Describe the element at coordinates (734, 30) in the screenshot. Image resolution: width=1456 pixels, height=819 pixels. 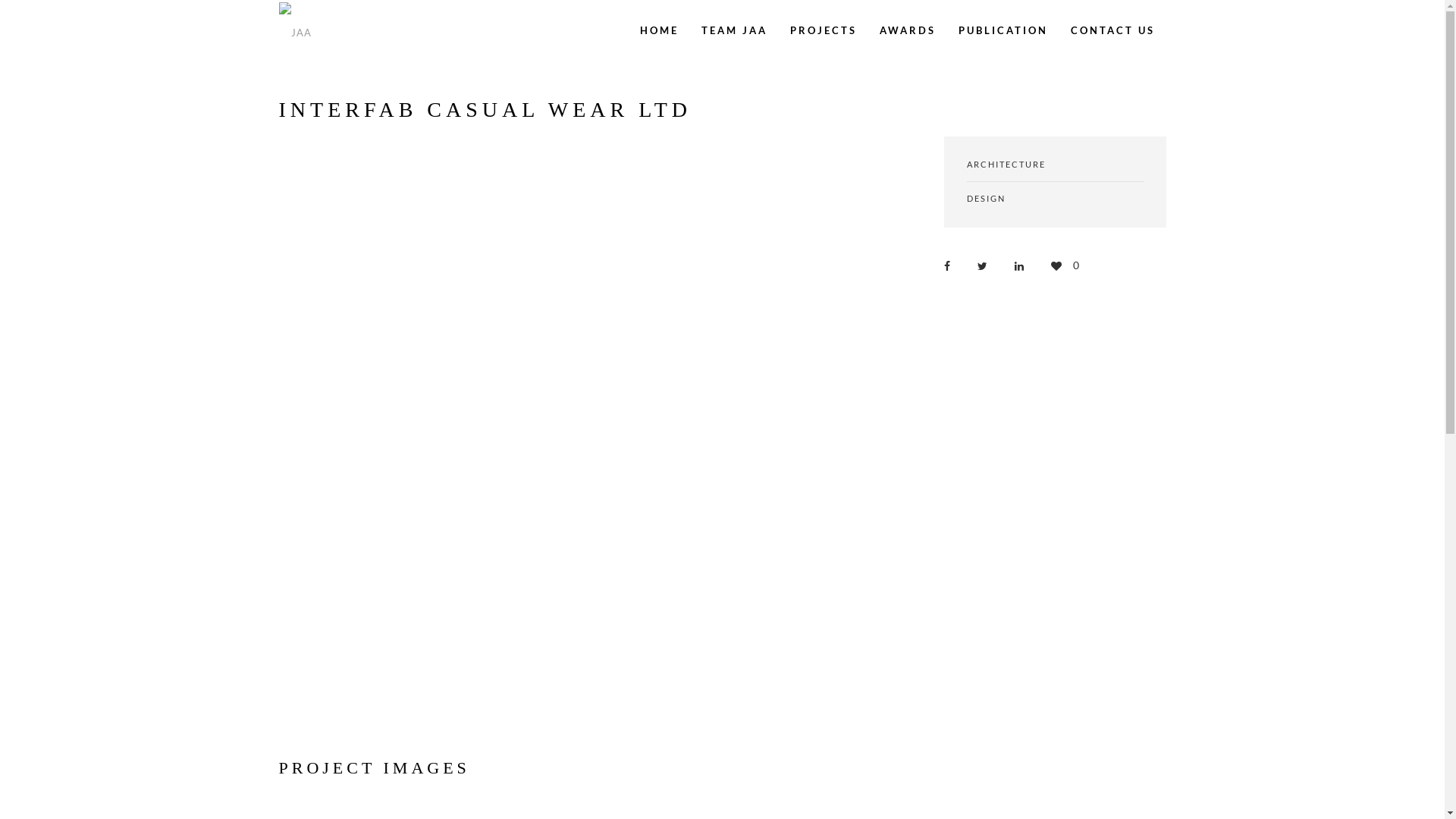
I see `'TEAM JAA'` at that location.